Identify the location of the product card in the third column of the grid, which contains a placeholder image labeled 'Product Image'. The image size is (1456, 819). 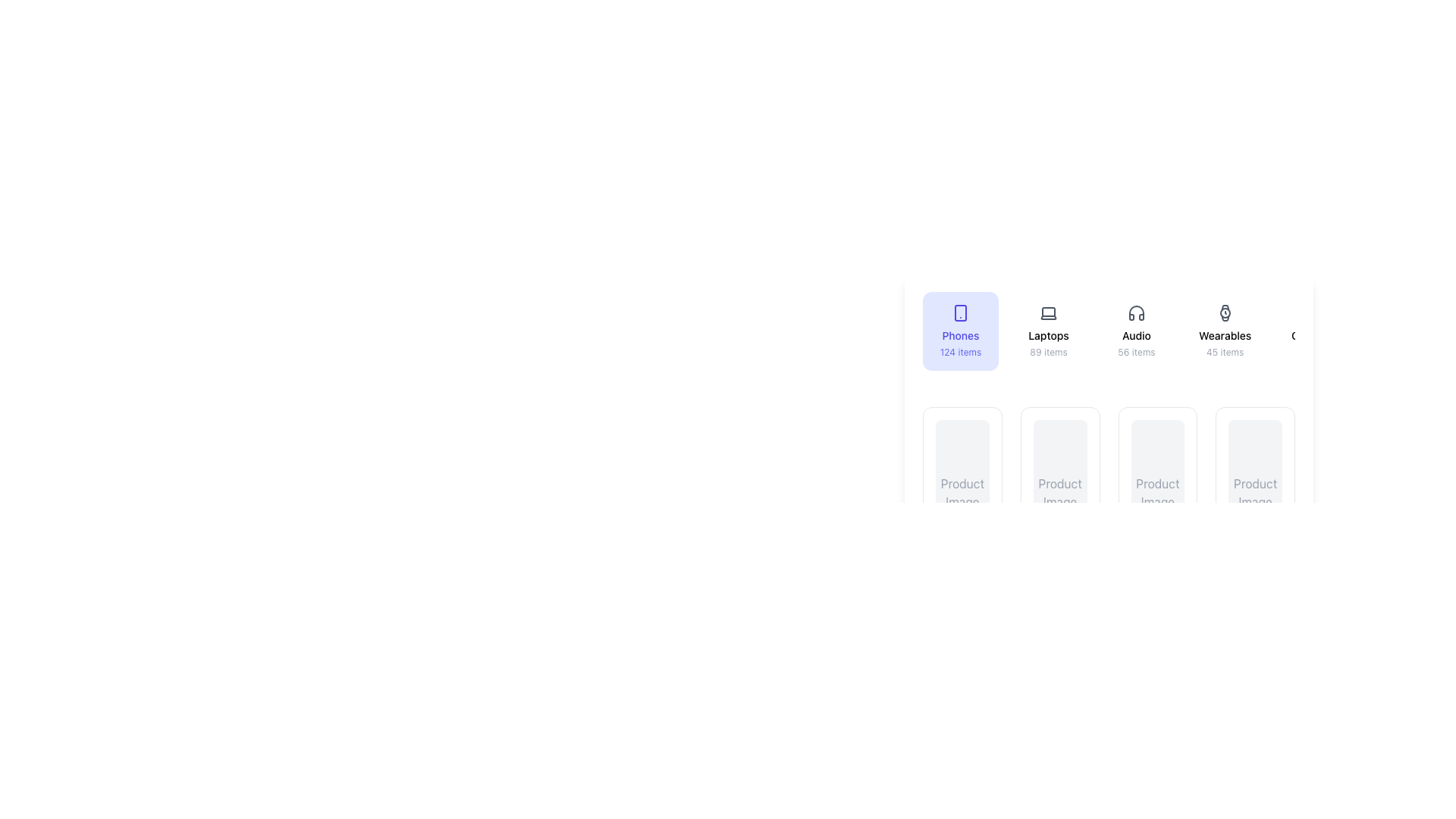
(1109, 470).